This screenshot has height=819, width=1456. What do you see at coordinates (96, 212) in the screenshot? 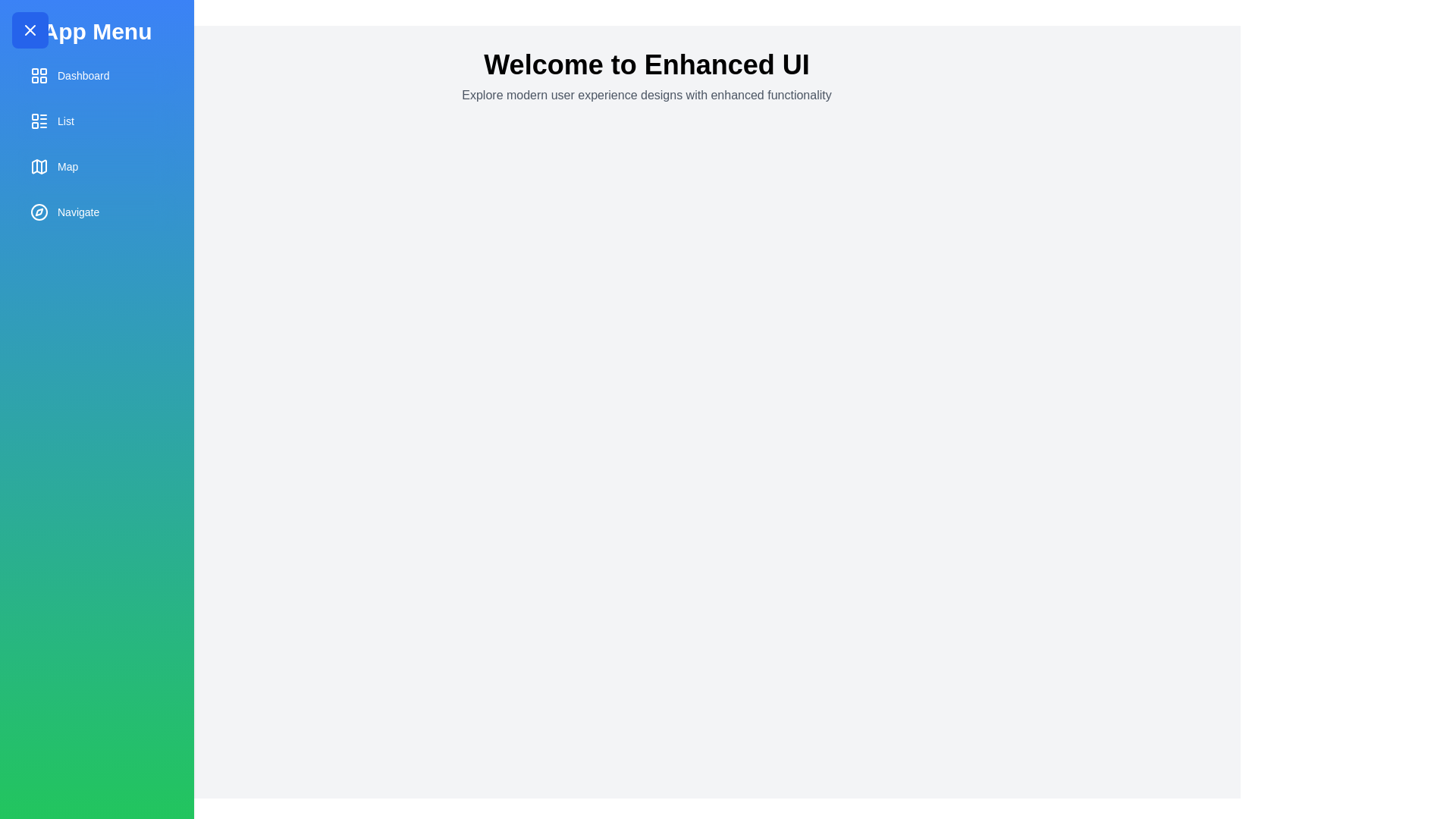
I see `the menu item labeled Navigate` at bounding box center [96, 212].